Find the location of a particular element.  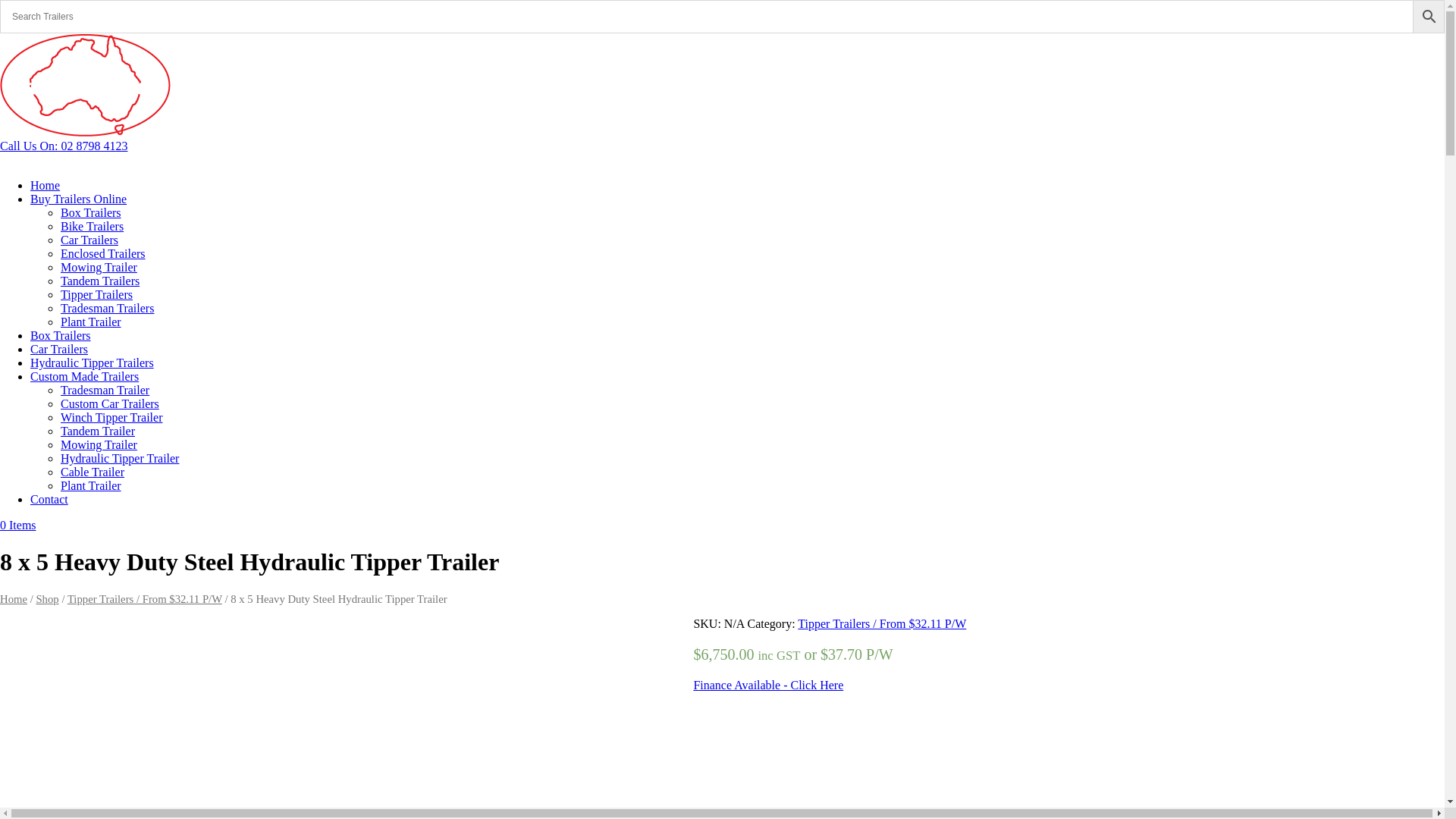

'Home' is located at coordinates (45, 184).